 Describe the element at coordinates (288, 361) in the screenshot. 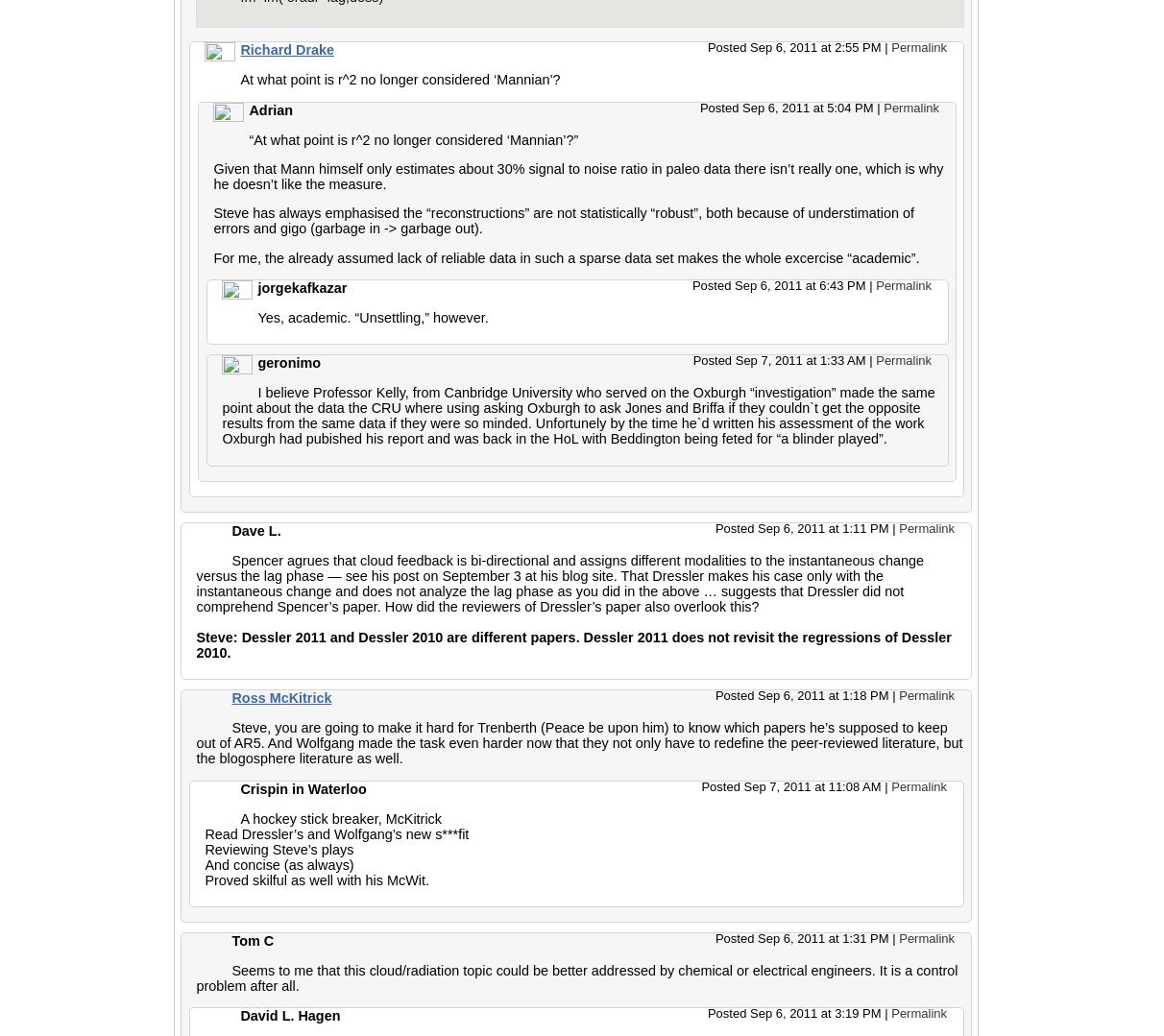

I see `'geronimo'` at that location.